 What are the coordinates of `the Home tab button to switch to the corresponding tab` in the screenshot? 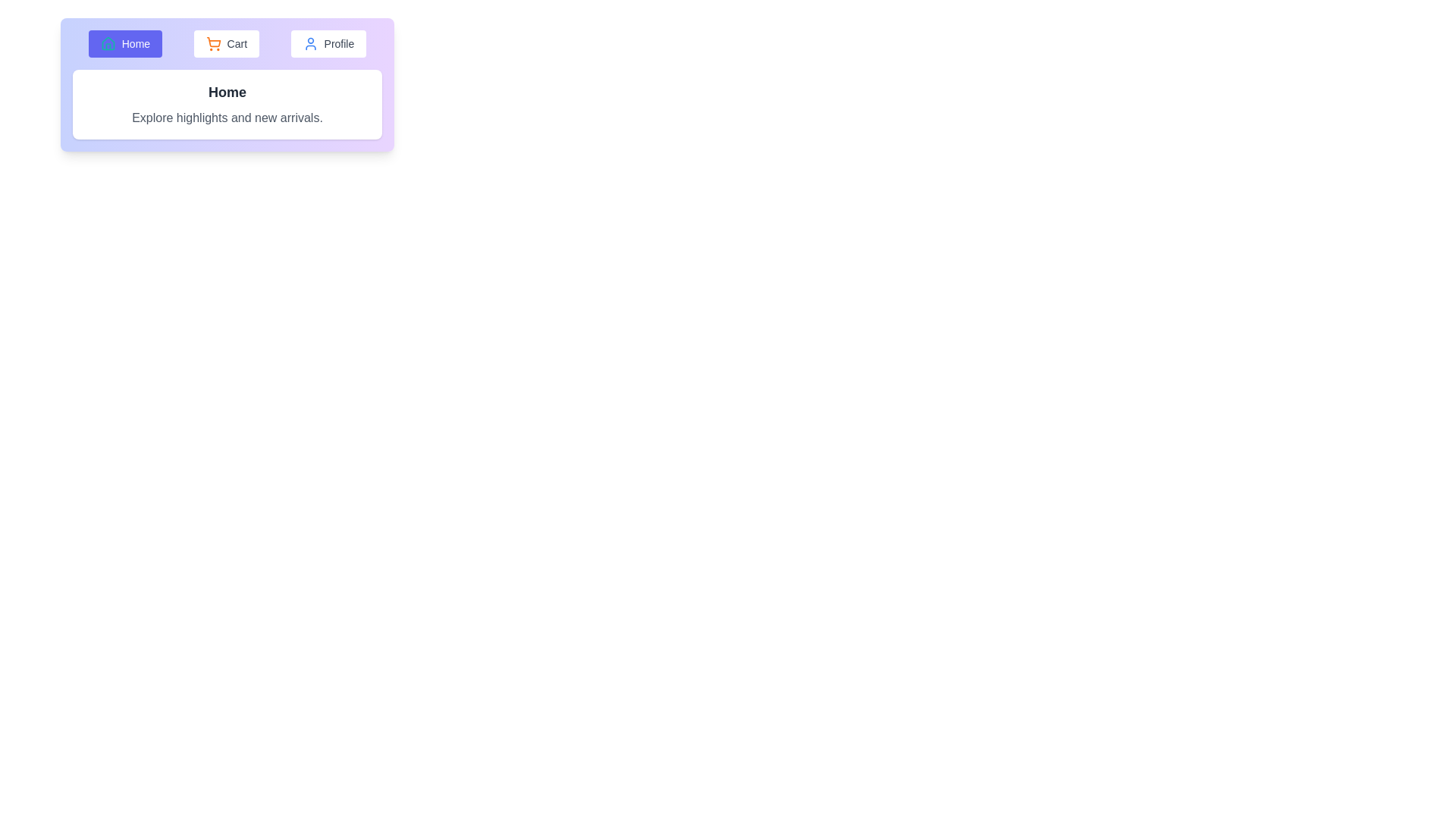 It's located at (124, 42).